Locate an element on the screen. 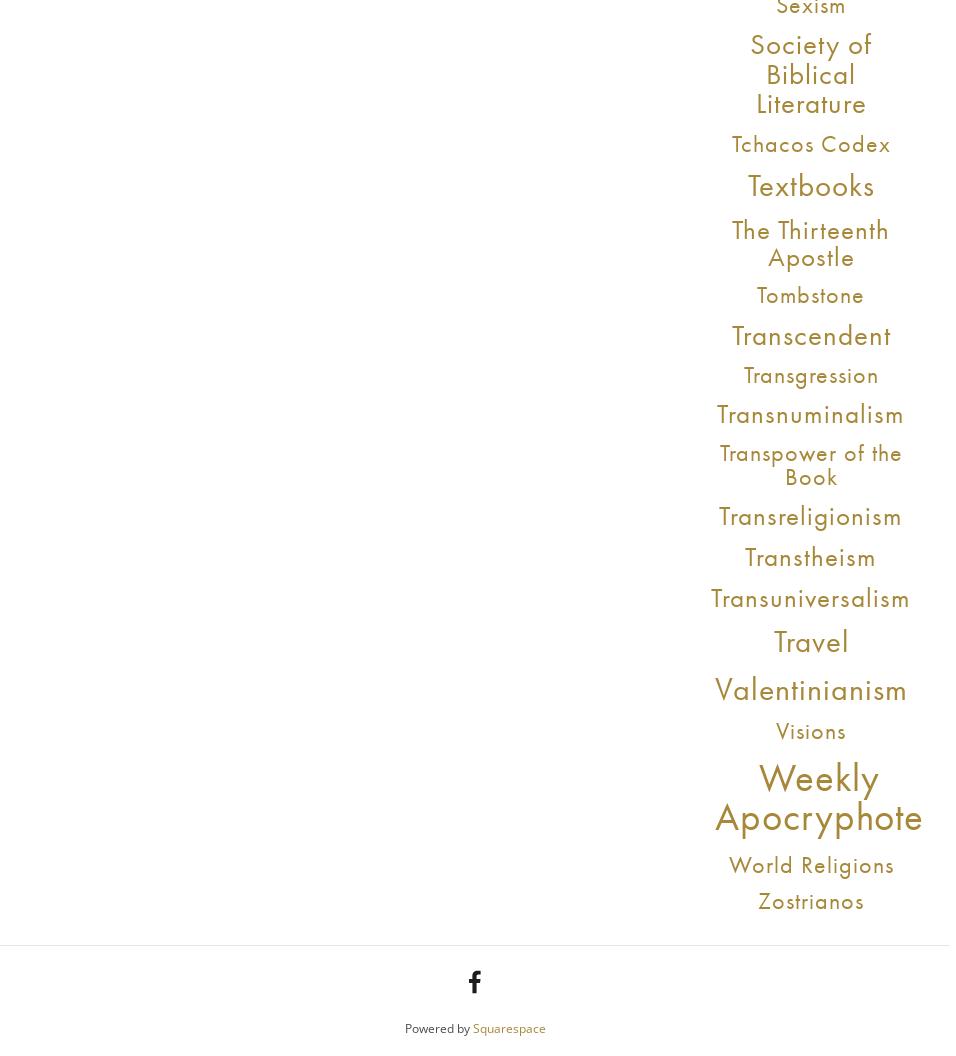 The width and height of the screenshot is (956, 1056). 'Tombstone' is located at coordinates (755, 294).